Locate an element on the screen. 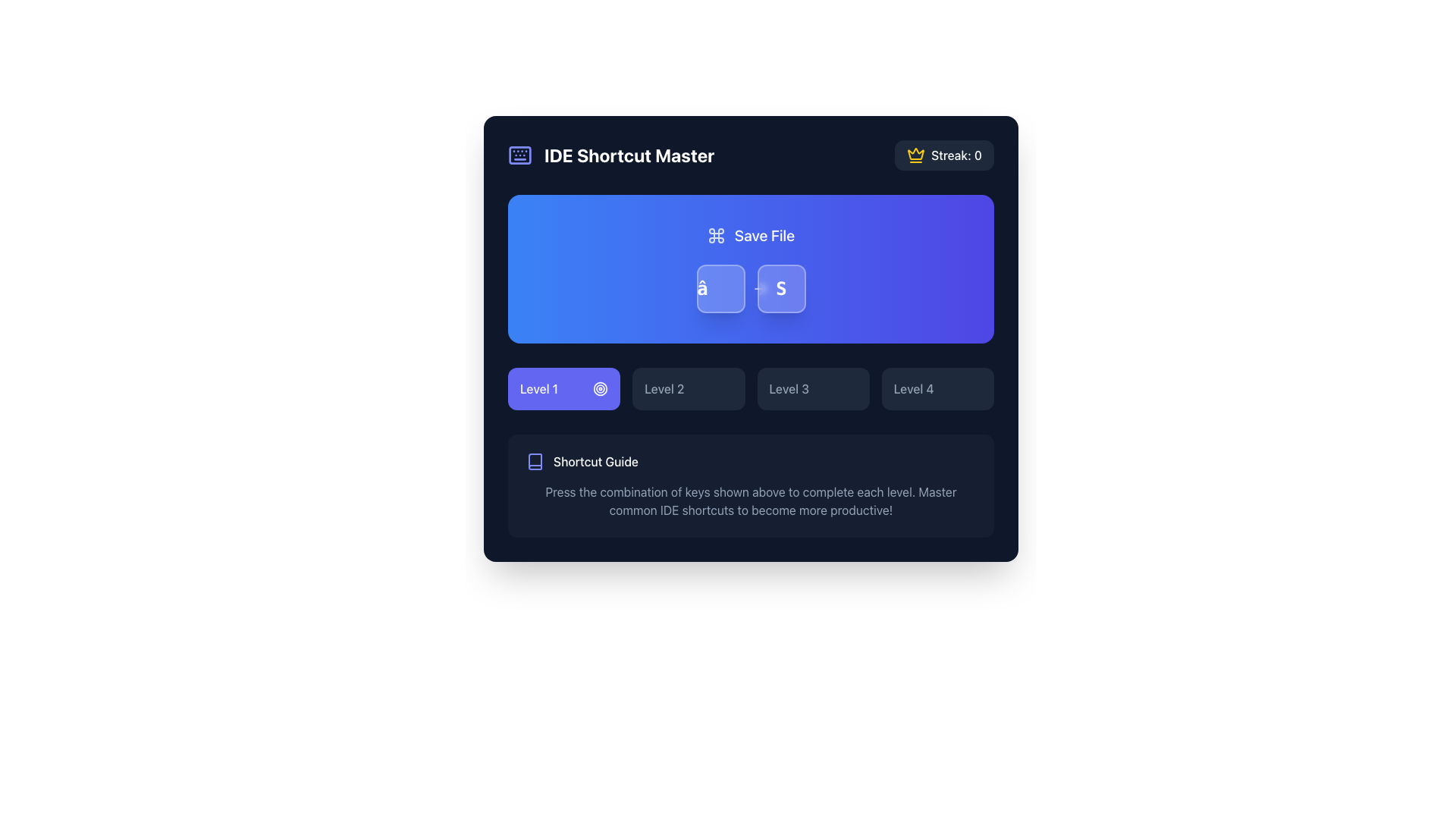  the direction of the arrow icon positioned to the right of the 'S' key representation within the shortcut card is located at coordinates (760, 289).